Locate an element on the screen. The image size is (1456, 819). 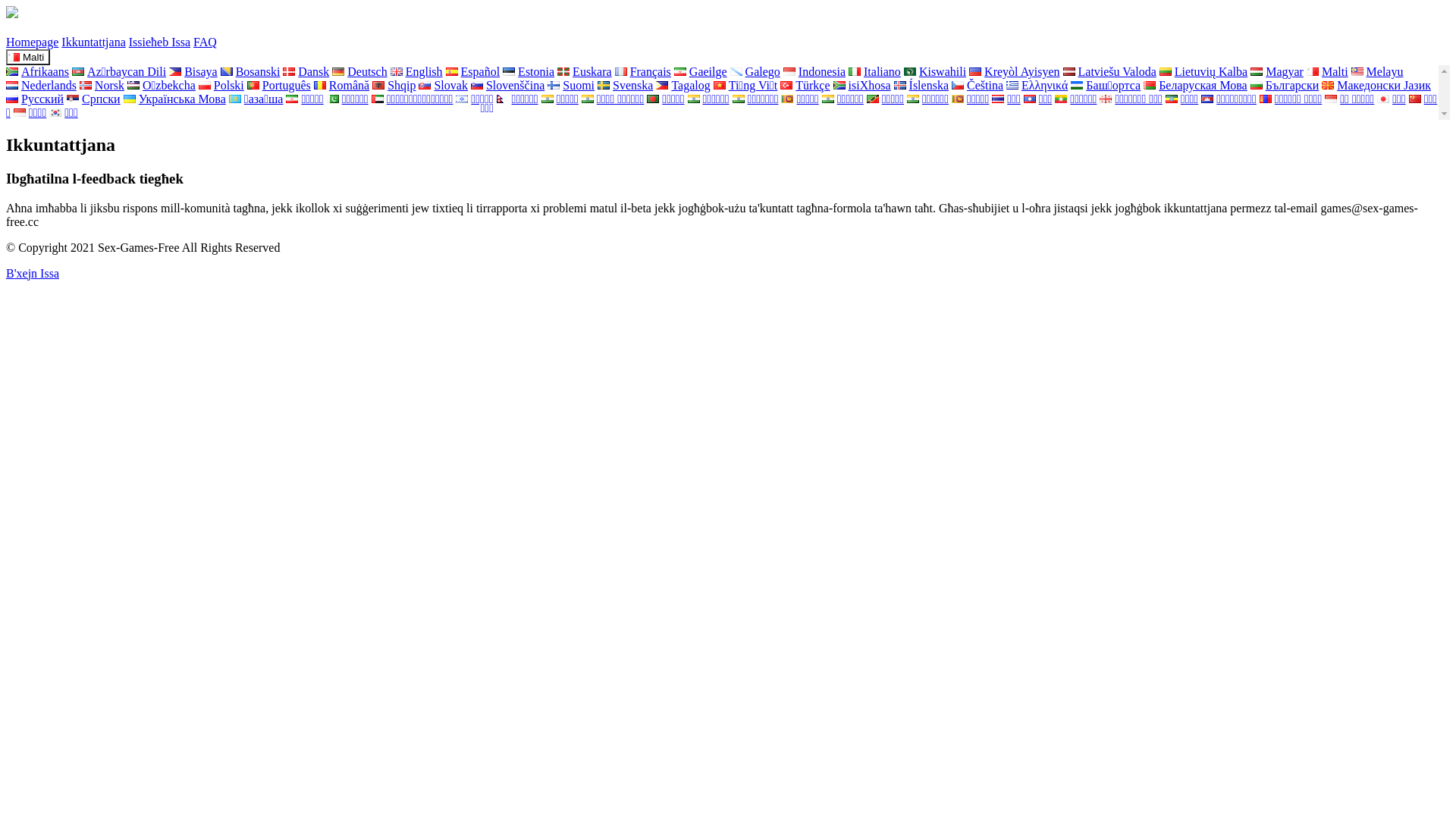
'Homepage' is located at coordinates (32, 41).